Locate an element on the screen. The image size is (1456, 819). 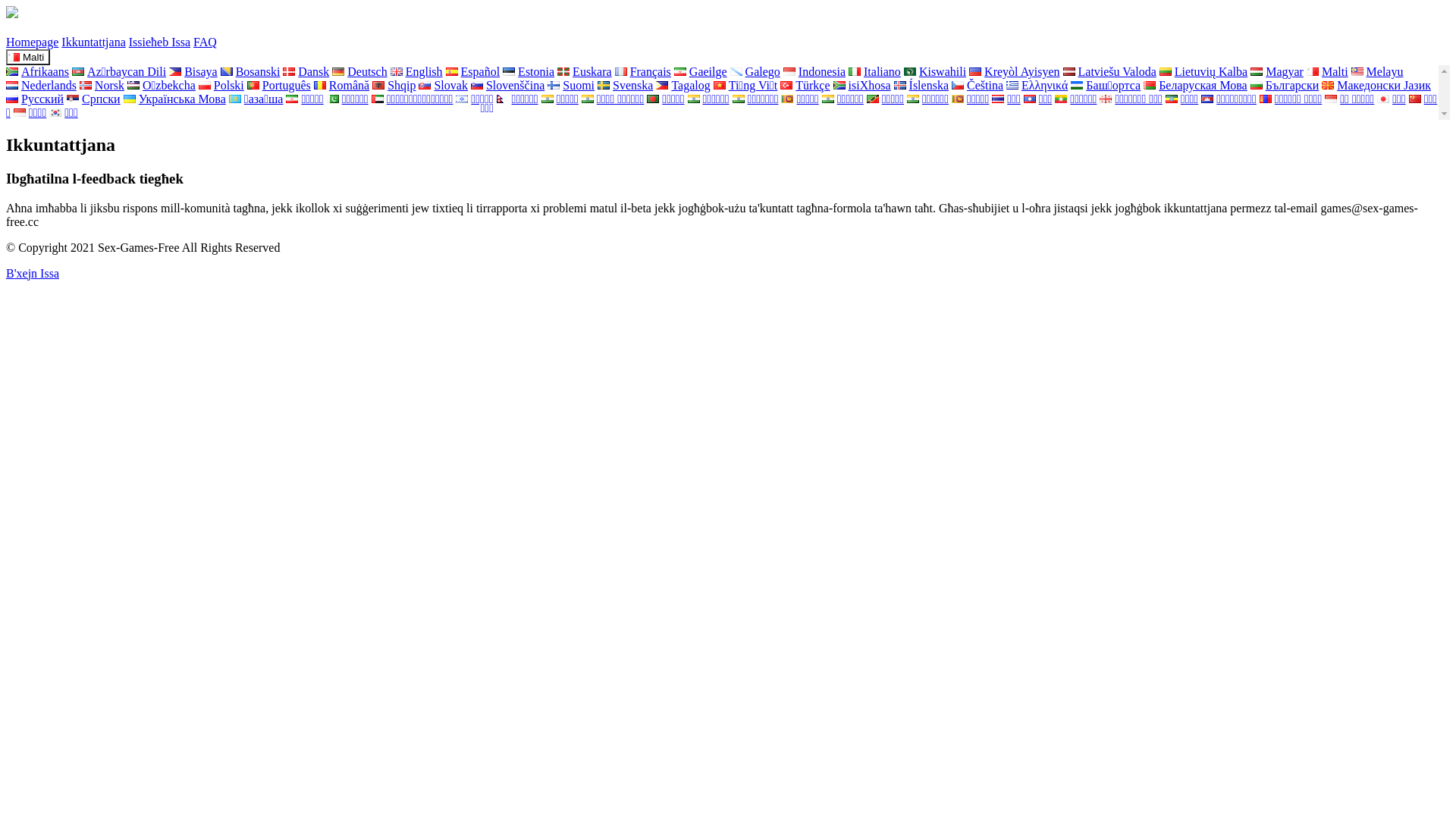
'Homepage' is located at coordinates (32, 41).